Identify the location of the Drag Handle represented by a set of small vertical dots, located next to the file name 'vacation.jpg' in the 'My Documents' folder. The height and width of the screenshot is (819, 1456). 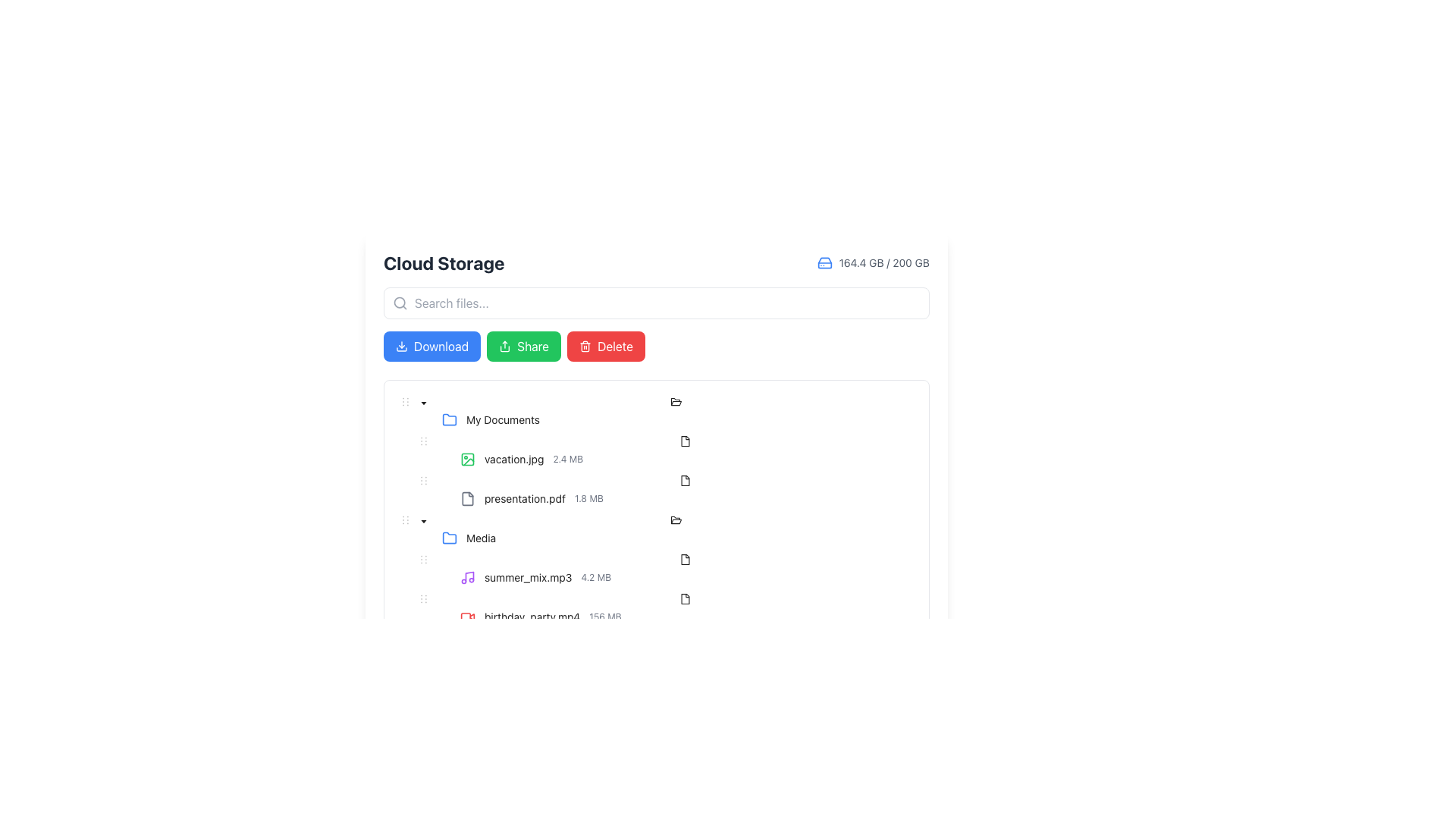
(423, 441).